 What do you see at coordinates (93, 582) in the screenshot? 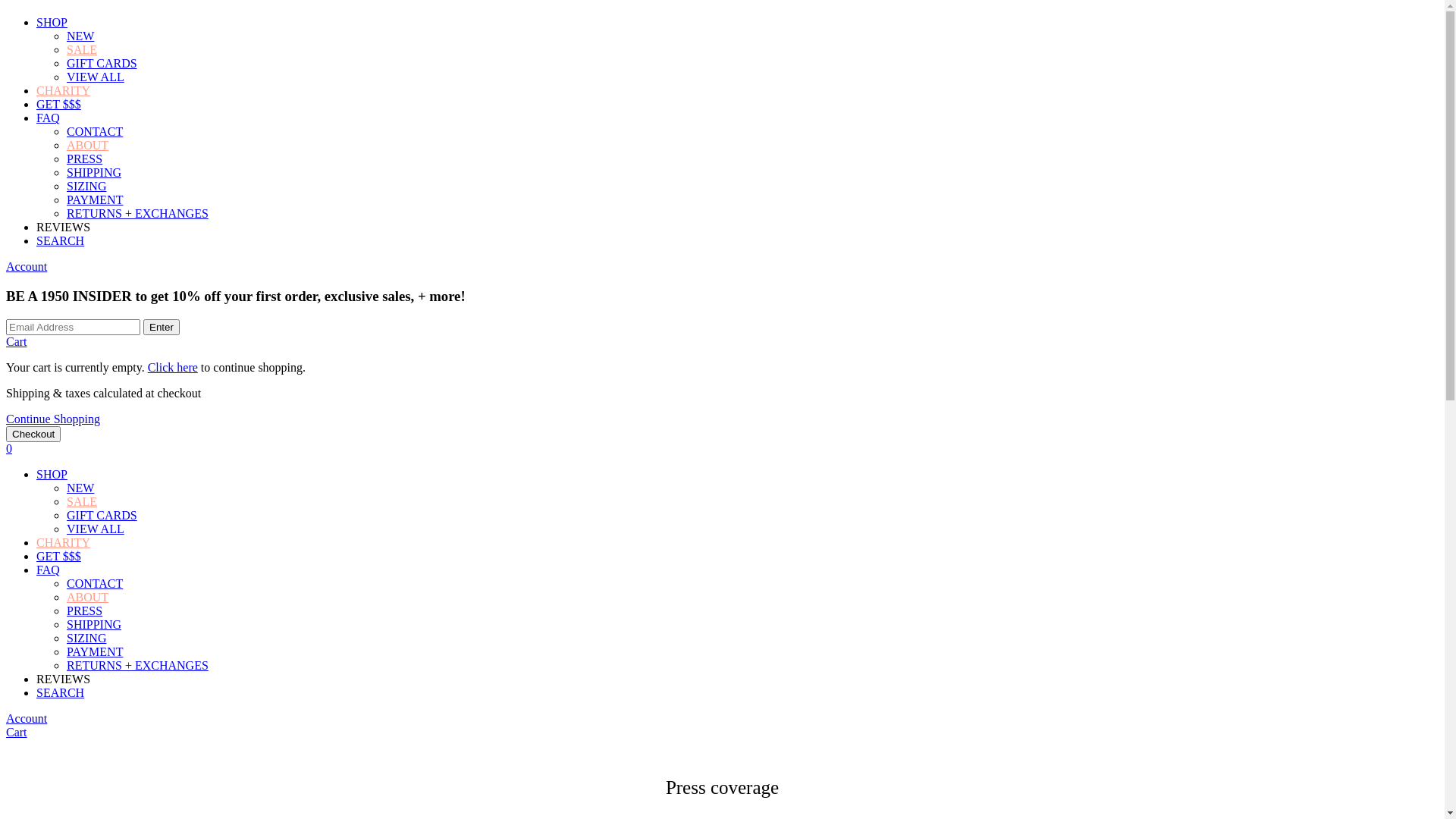
I see `'CONTACT'` at bounding box center [93, 582].